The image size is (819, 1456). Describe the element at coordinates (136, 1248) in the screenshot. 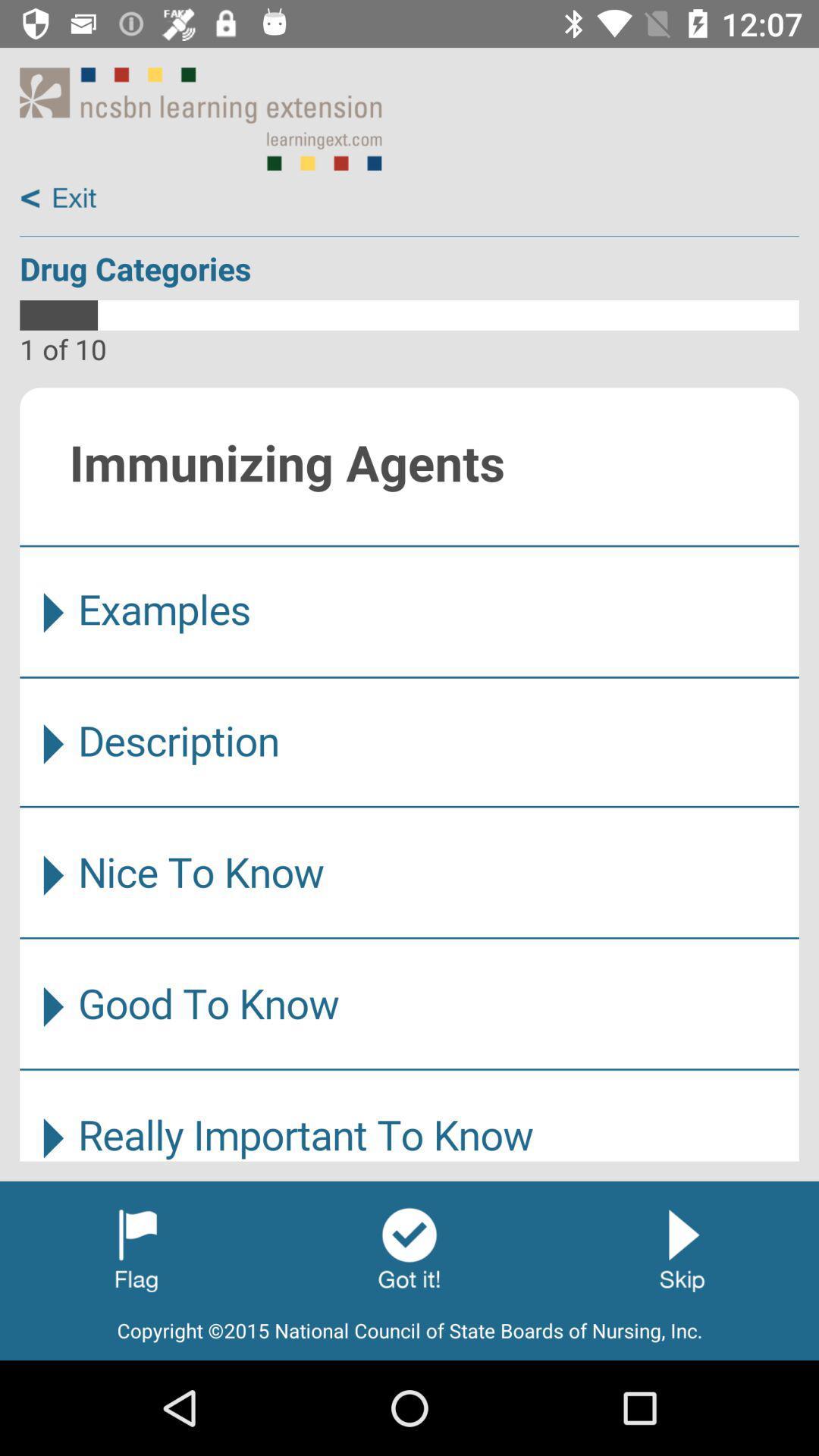

I see `flag option` at that location.